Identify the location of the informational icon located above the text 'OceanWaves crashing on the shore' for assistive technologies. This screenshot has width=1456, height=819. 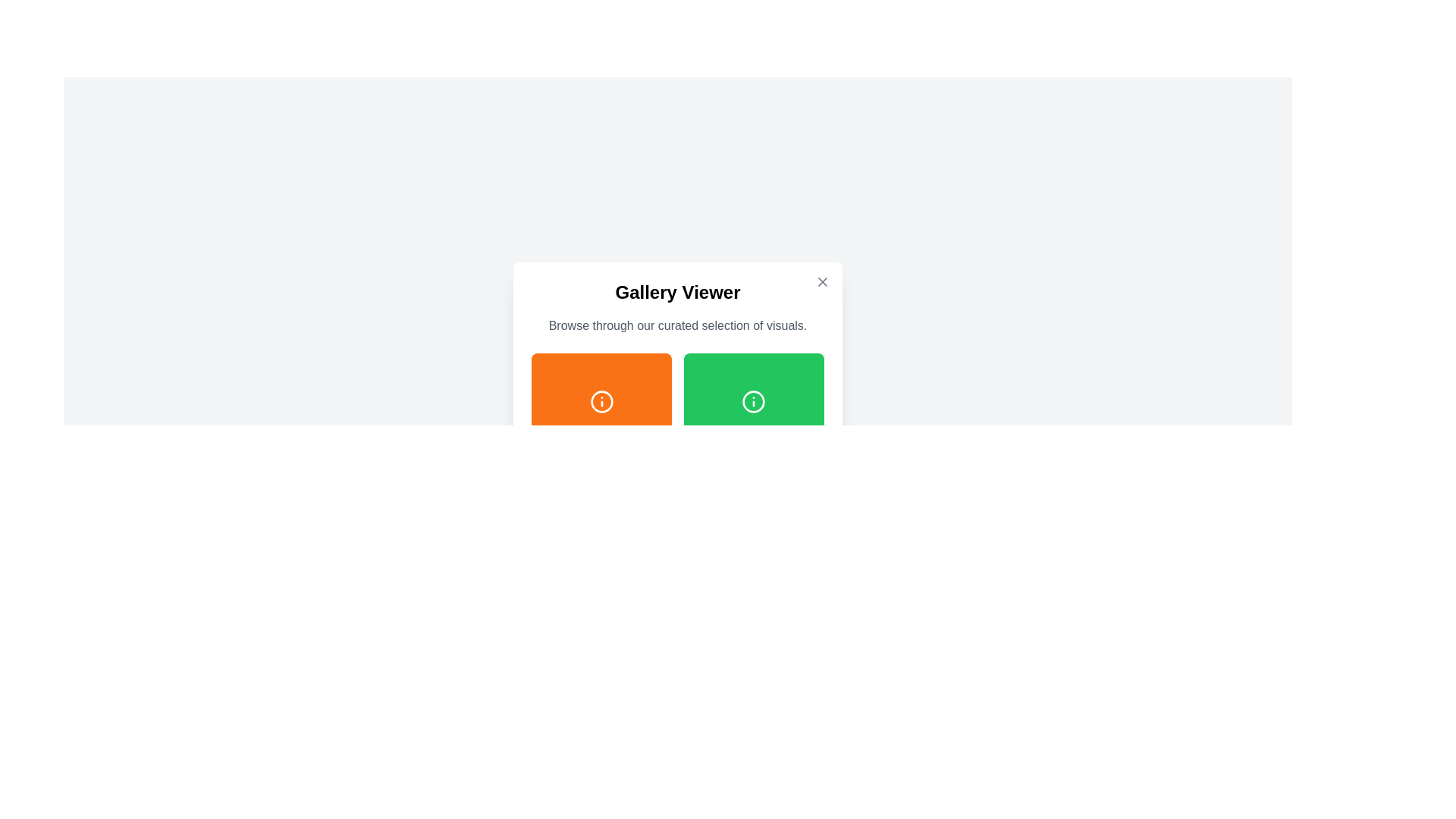
(601, 553).